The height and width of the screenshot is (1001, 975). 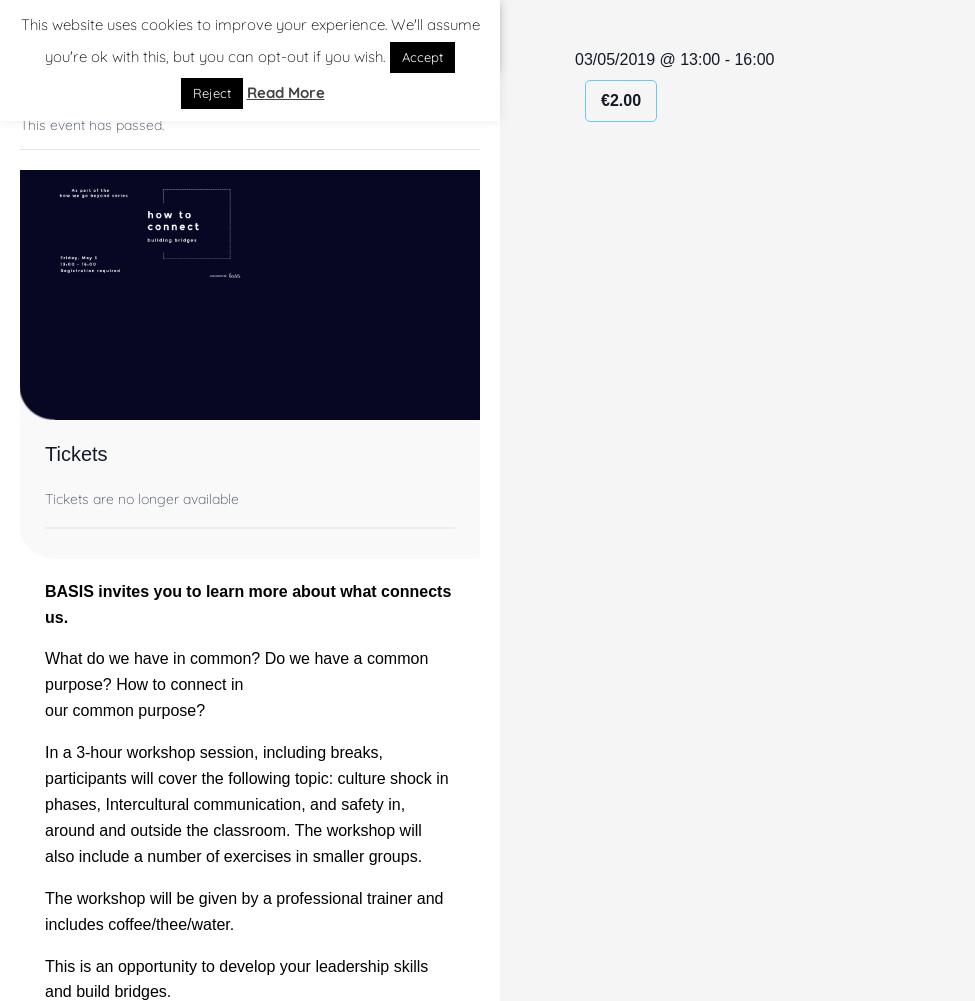 What do you see at coordinates (249, 40) in the screenshot?
I see `'This website uses cookies to improve your experience. We'll assume you're ok with this, but you can opt-out if you wish.'` at bounding box center [249, 40].